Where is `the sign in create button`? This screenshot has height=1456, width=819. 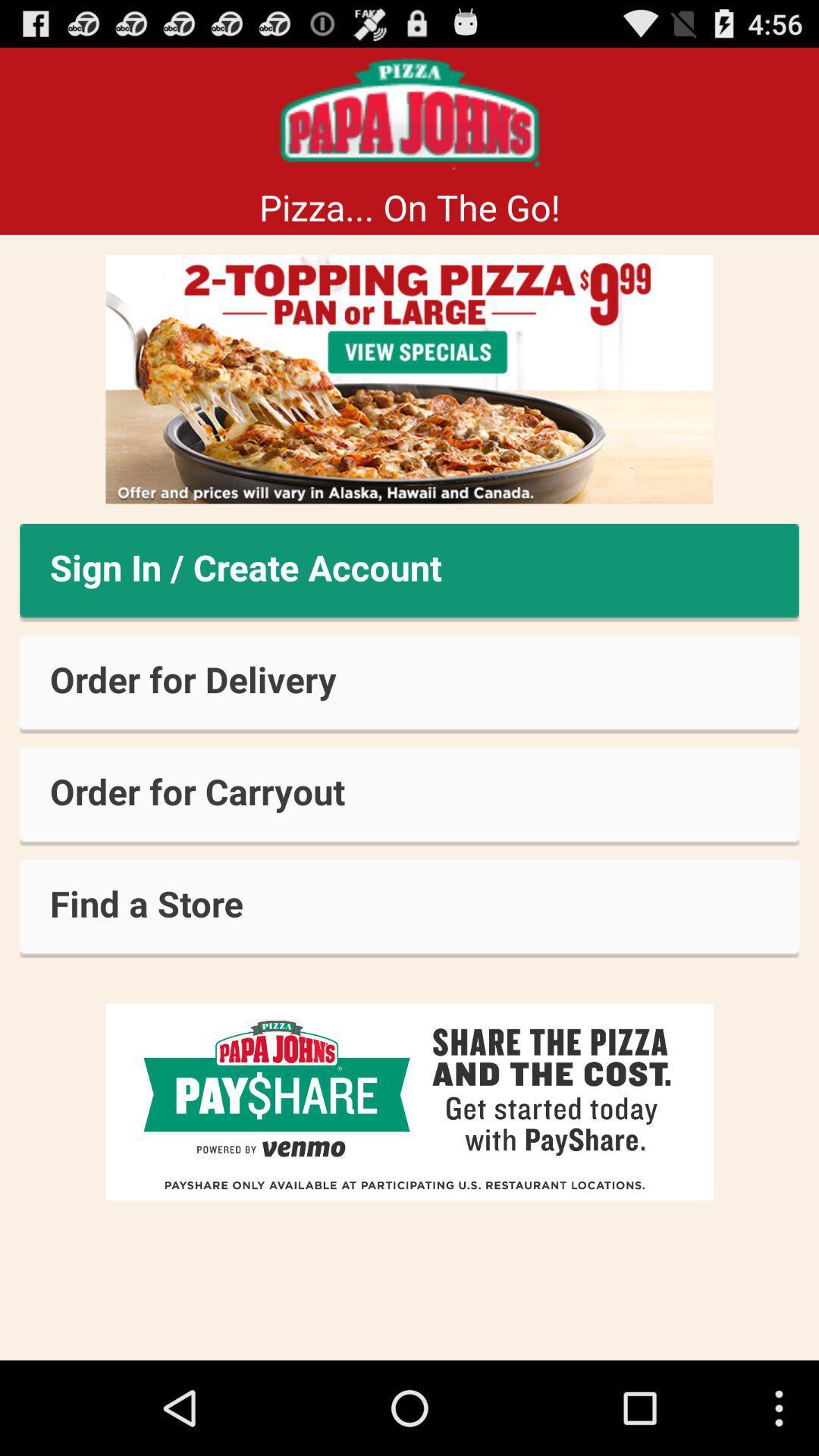 the sign in create button is located at coordinates (409, 572).